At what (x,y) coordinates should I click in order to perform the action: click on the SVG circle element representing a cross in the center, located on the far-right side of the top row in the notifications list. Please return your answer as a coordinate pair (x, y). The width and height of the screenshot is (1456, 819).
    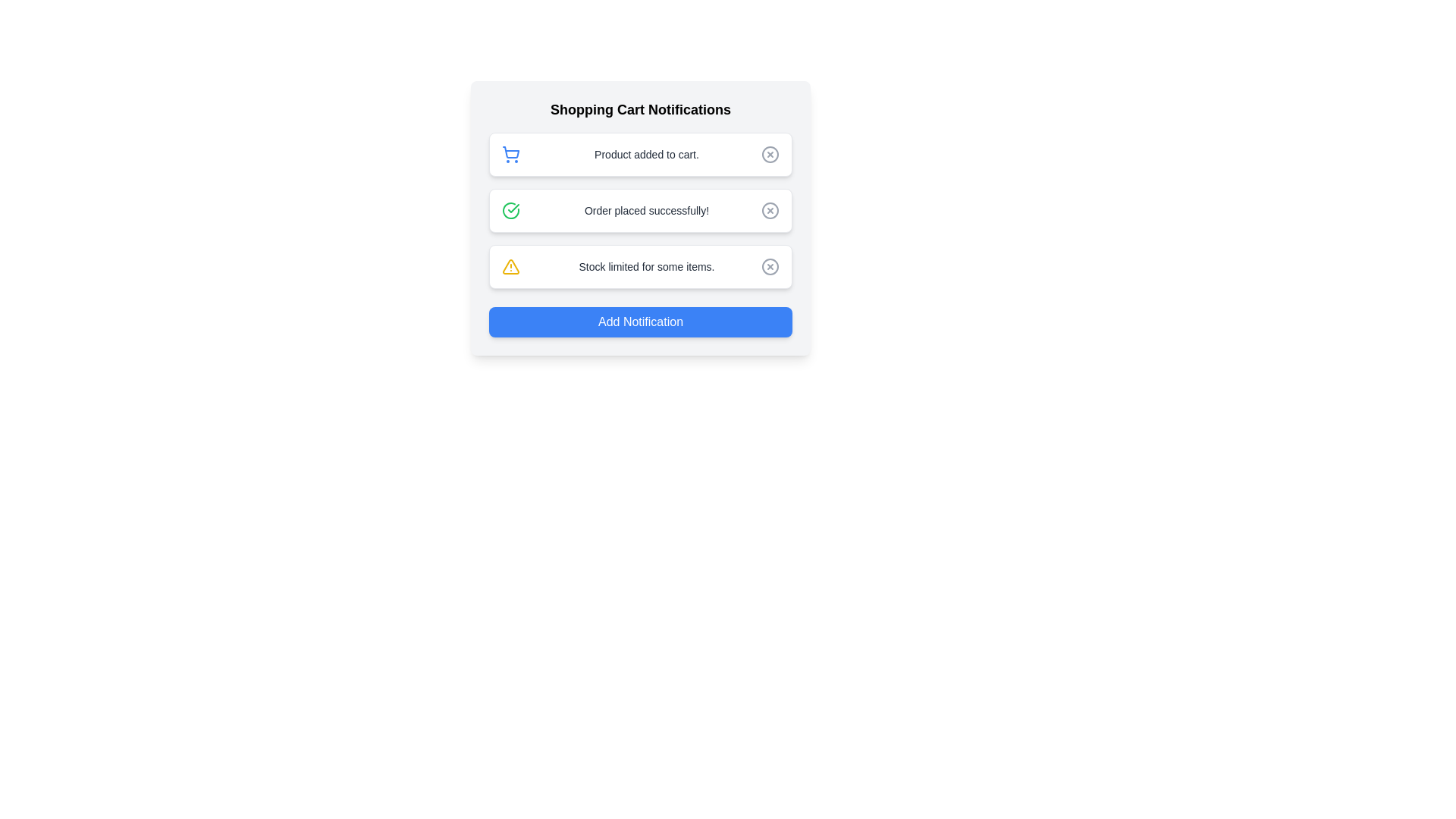
    Looking at the image, I should click on (770, 155).